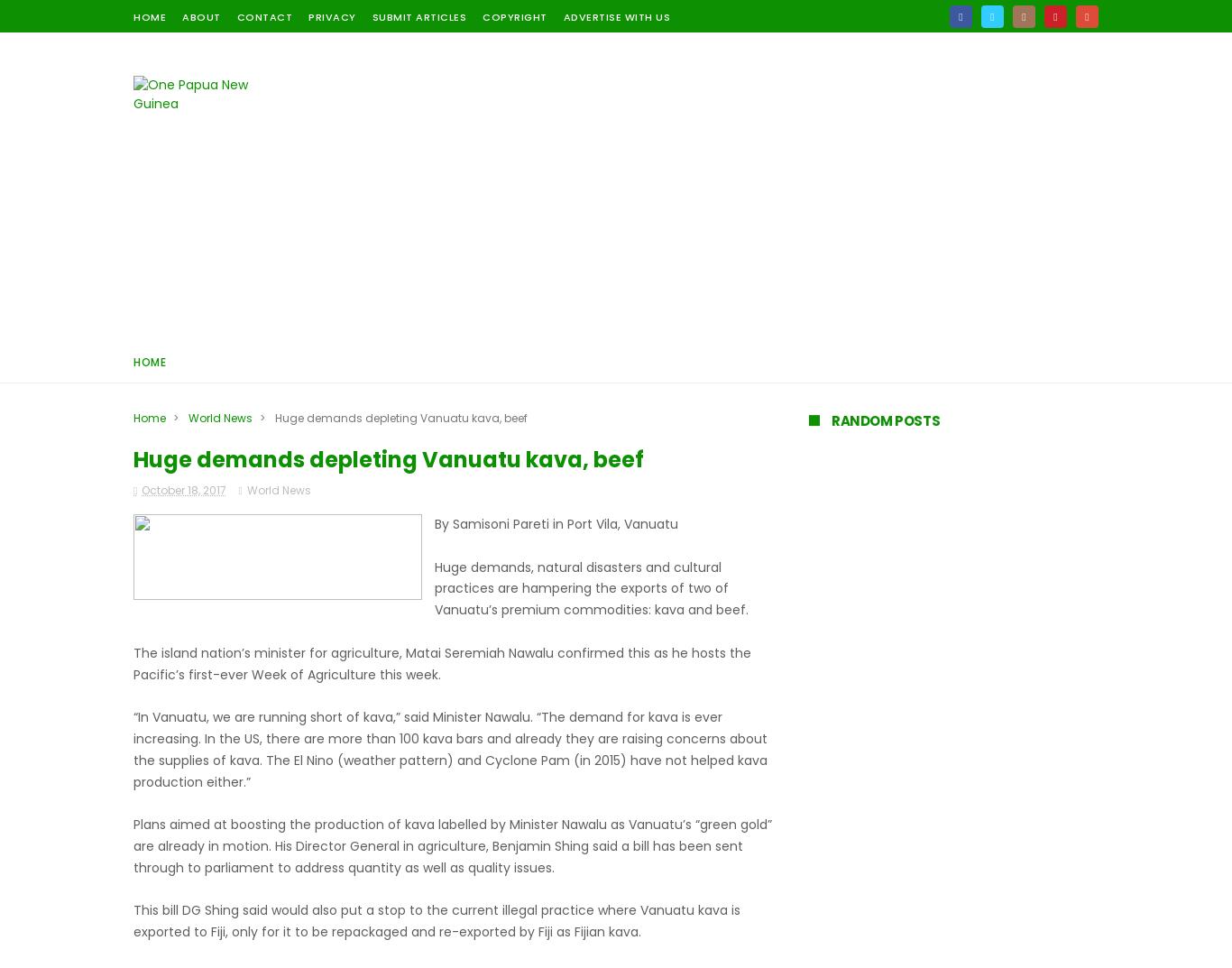 The image size is (1232, 968). I want to click on '“In Vanuatu, we are running short of kava,” said Minister Nawalu. “The demand for kava is ever increasing. In the US, there are more than 100 kava bars and already they are raising concerns about the supplies of kava. The El Nino (weather pattern) and Cyclone Pam (in 2015) have not helped kava production either.”', so click(450, 749).